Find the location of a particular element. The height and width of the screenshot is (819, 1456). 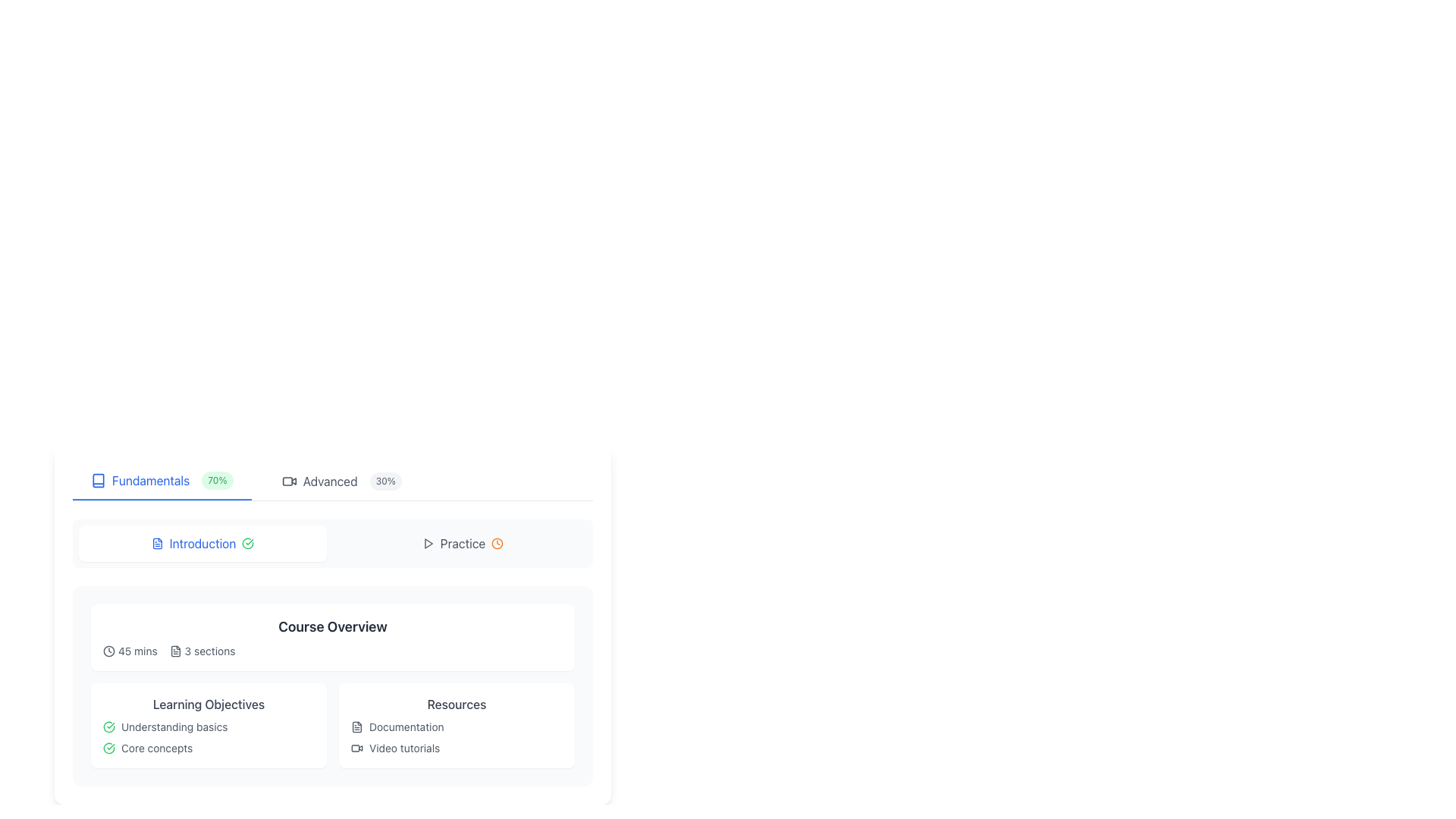

the 'Advanced' segment of the horizontal segmented tab bar is located at coordinates (331, 482).